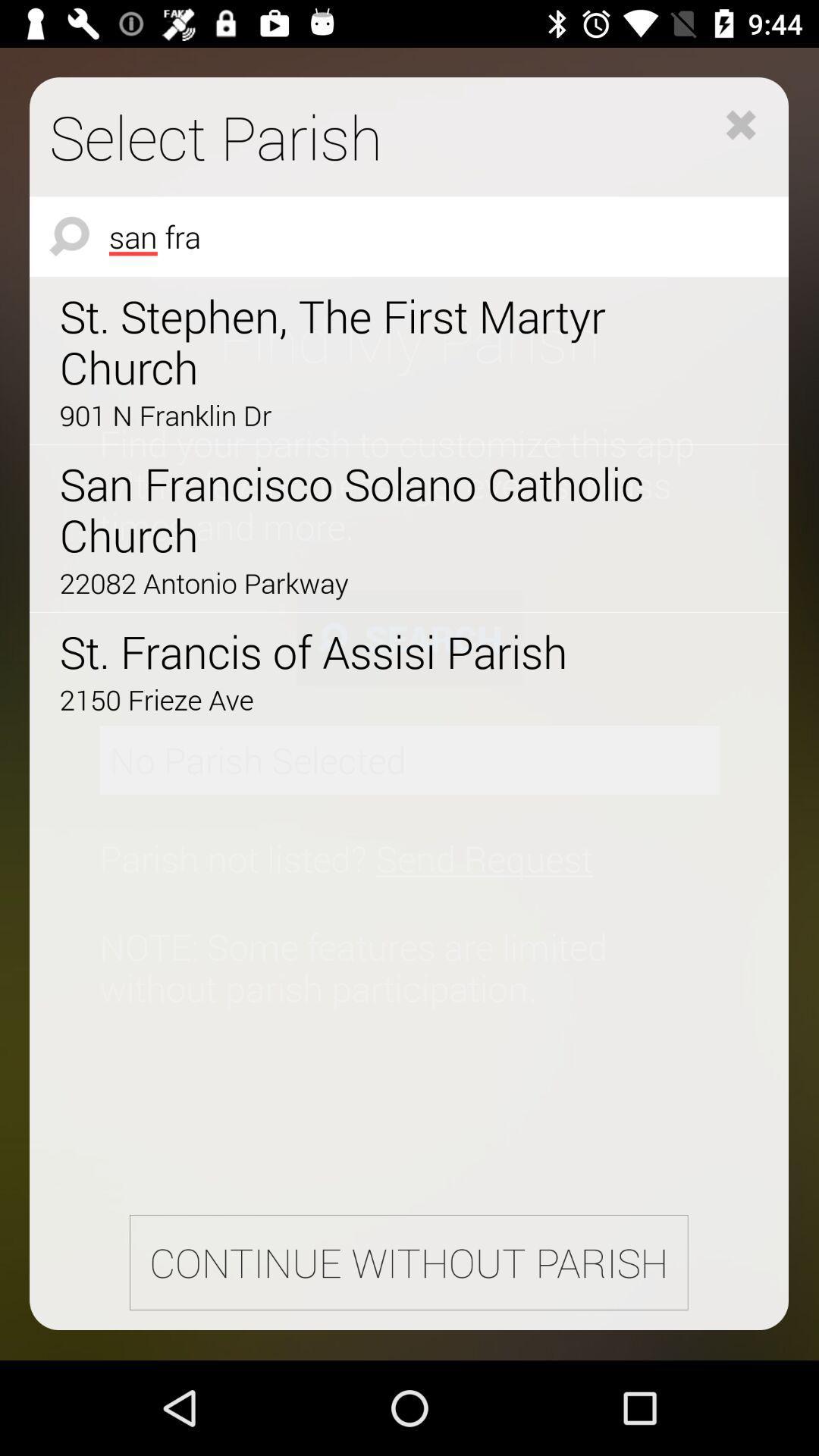 The image size is (819, 1456). I want to click on icon above the st stephen the icon, so click(408, 236).